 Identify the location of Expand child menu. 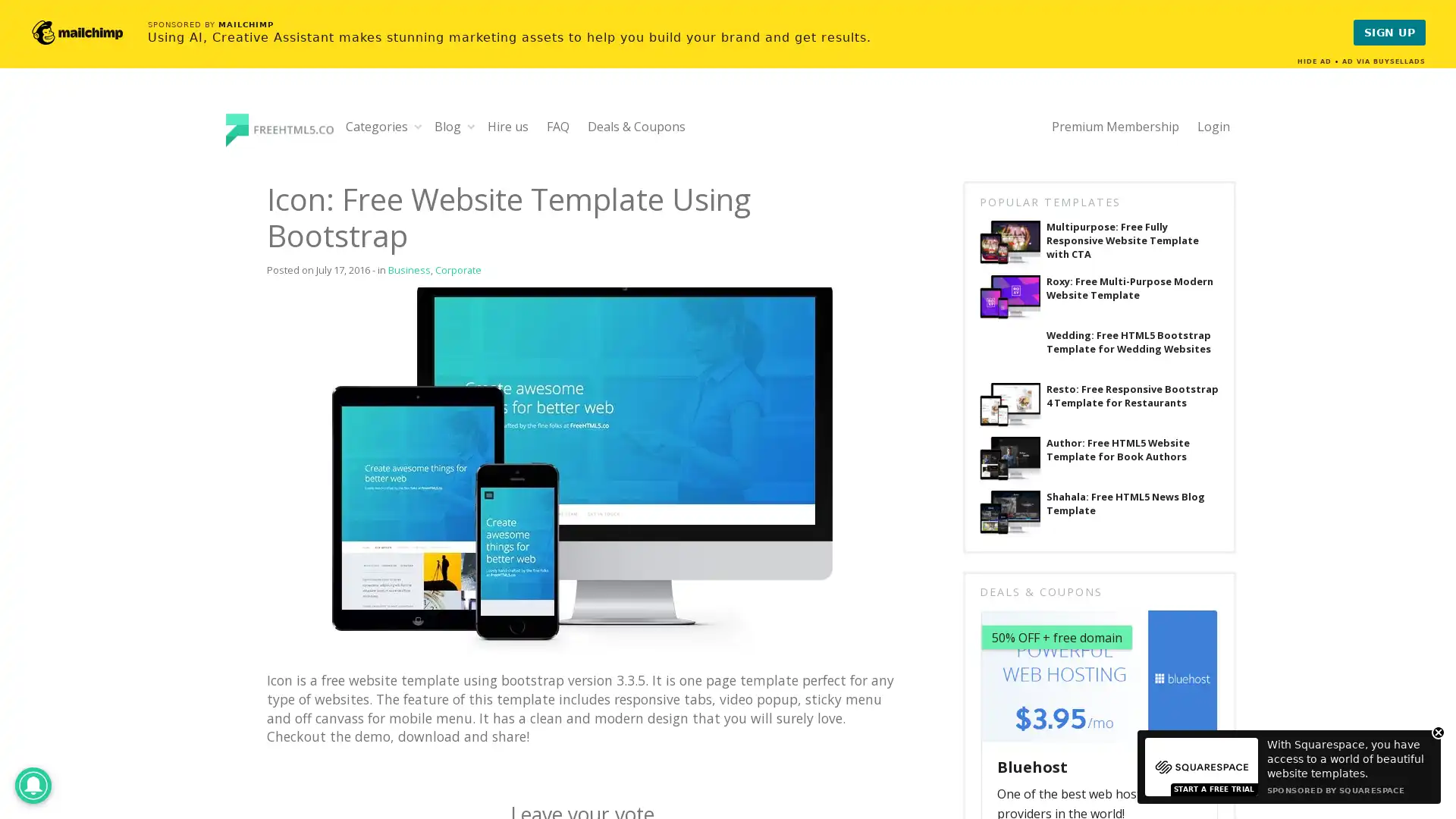
(418, 125).